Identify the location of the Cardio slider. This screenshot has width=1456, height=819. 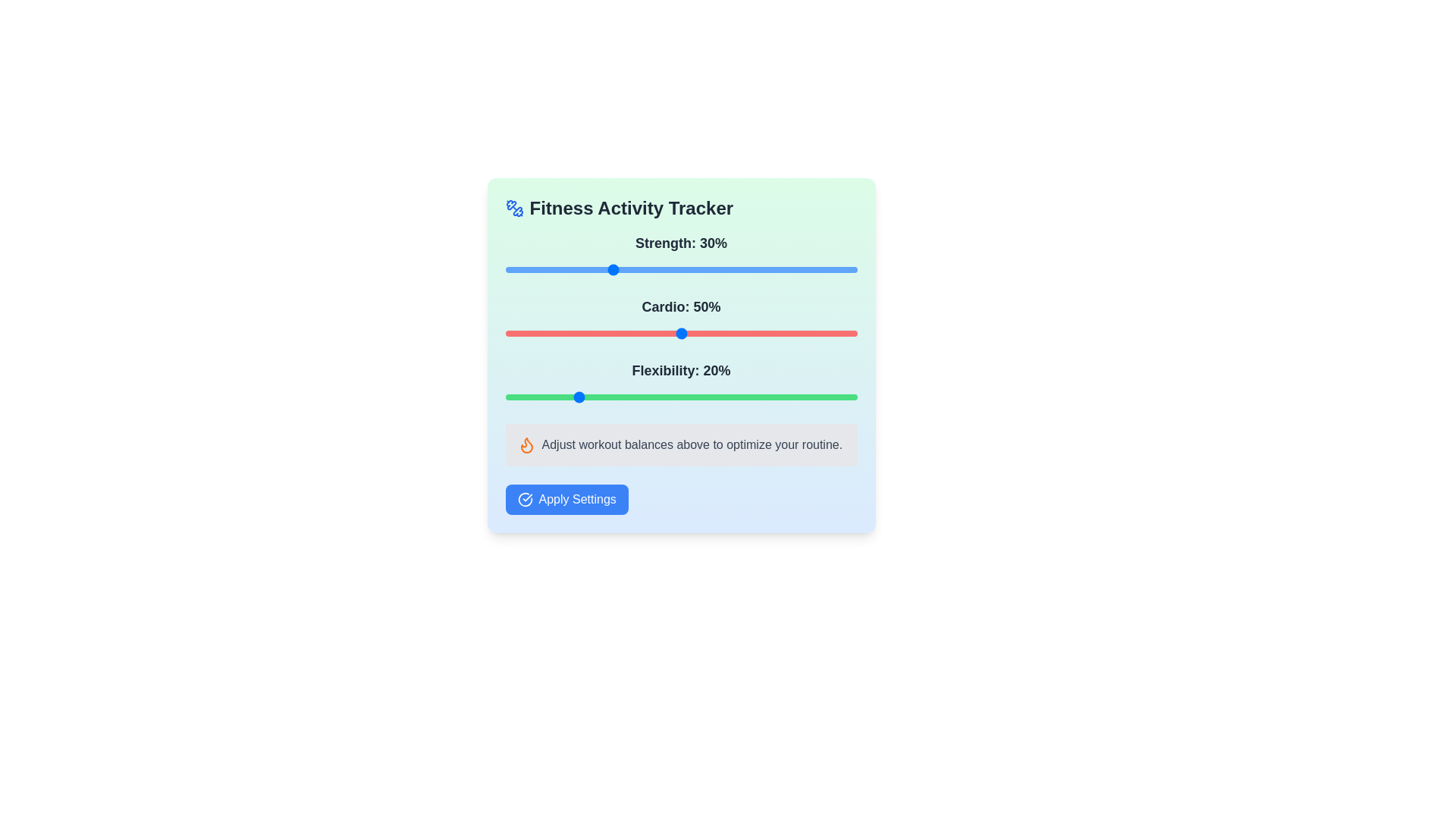
(625, 332).